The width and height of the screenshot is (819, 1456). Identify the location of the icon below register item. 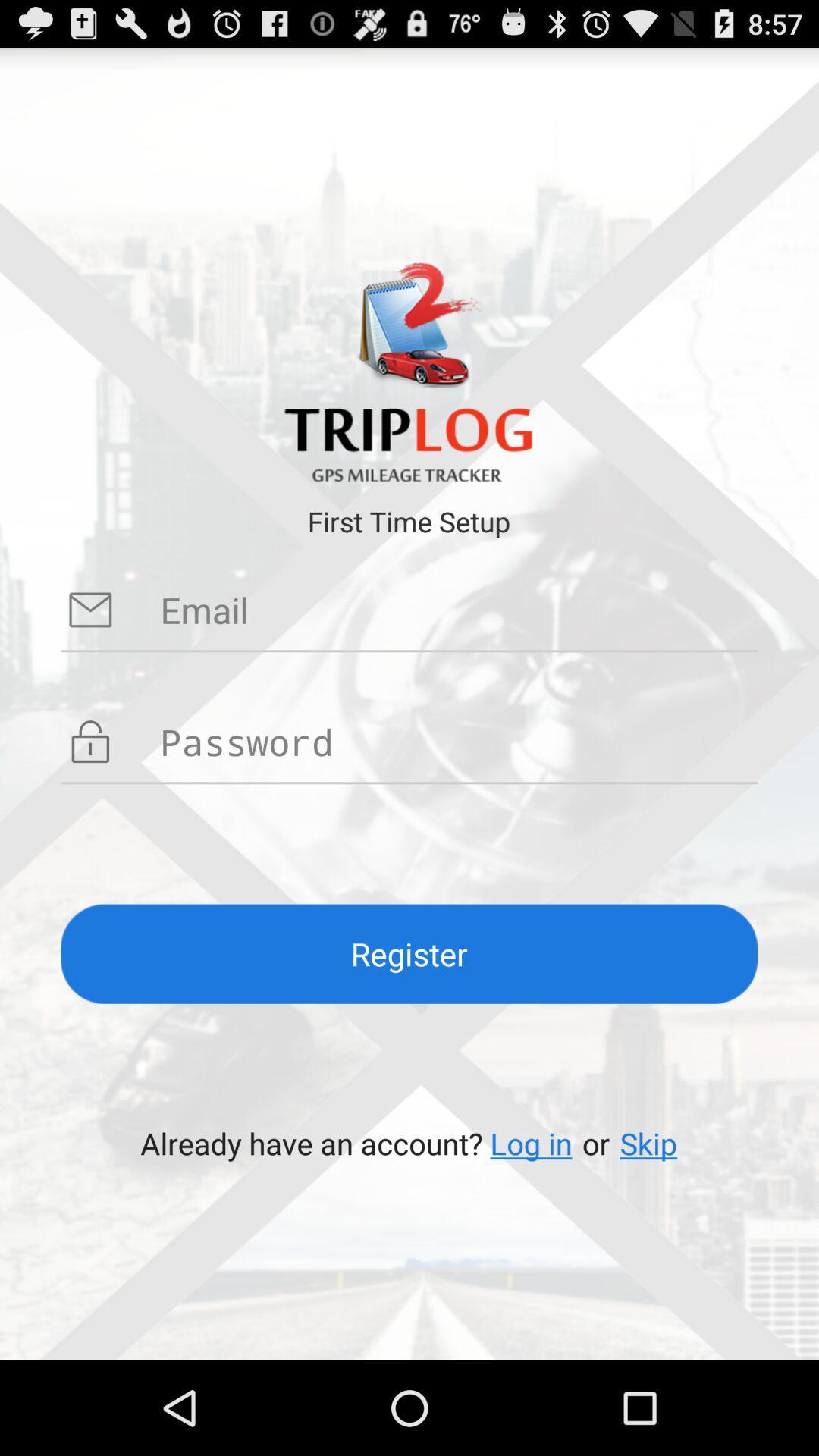
(530, 1143).